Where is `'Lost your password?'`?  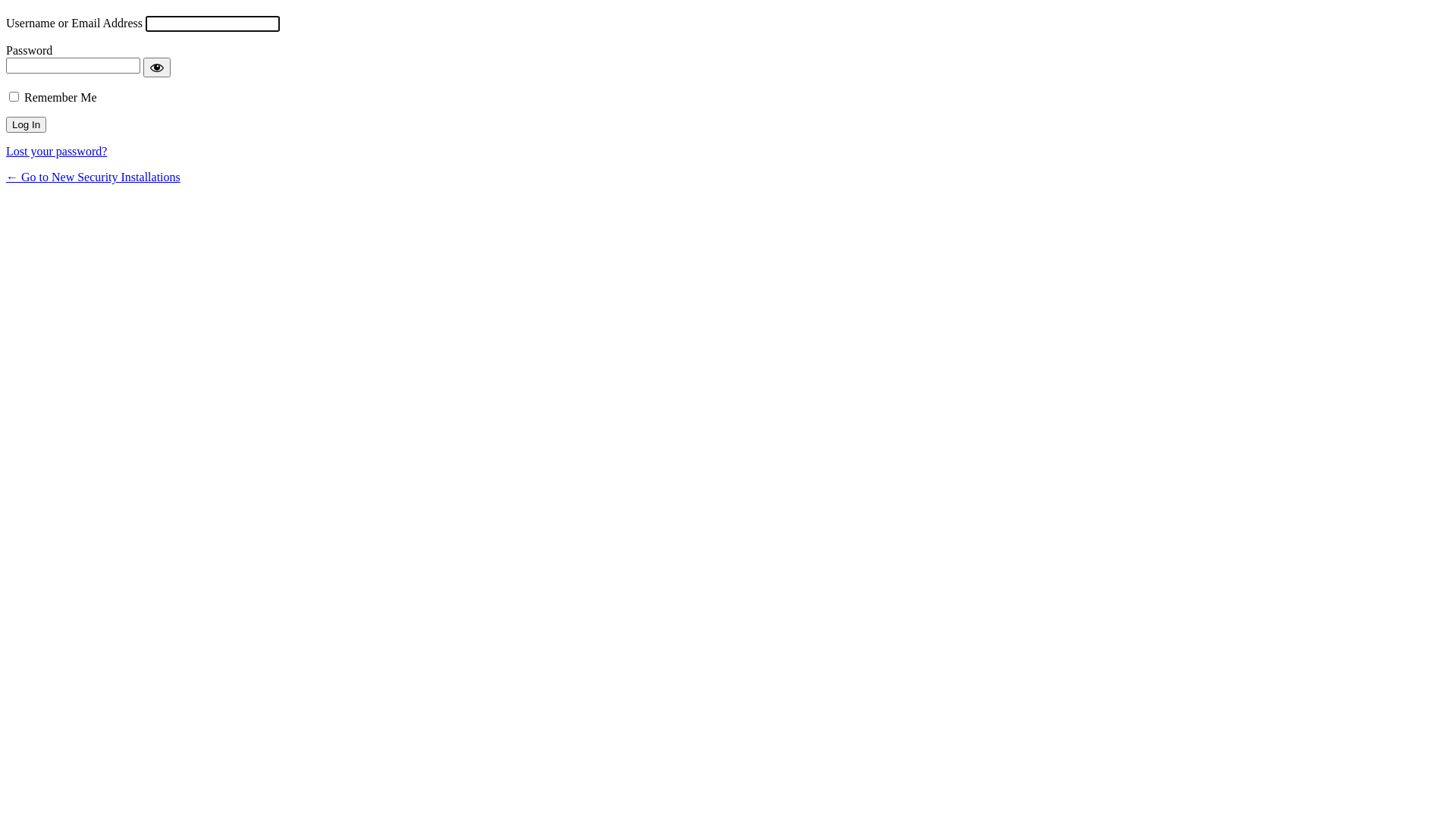
'Lost your password?' is located at coordinates (56, 151).